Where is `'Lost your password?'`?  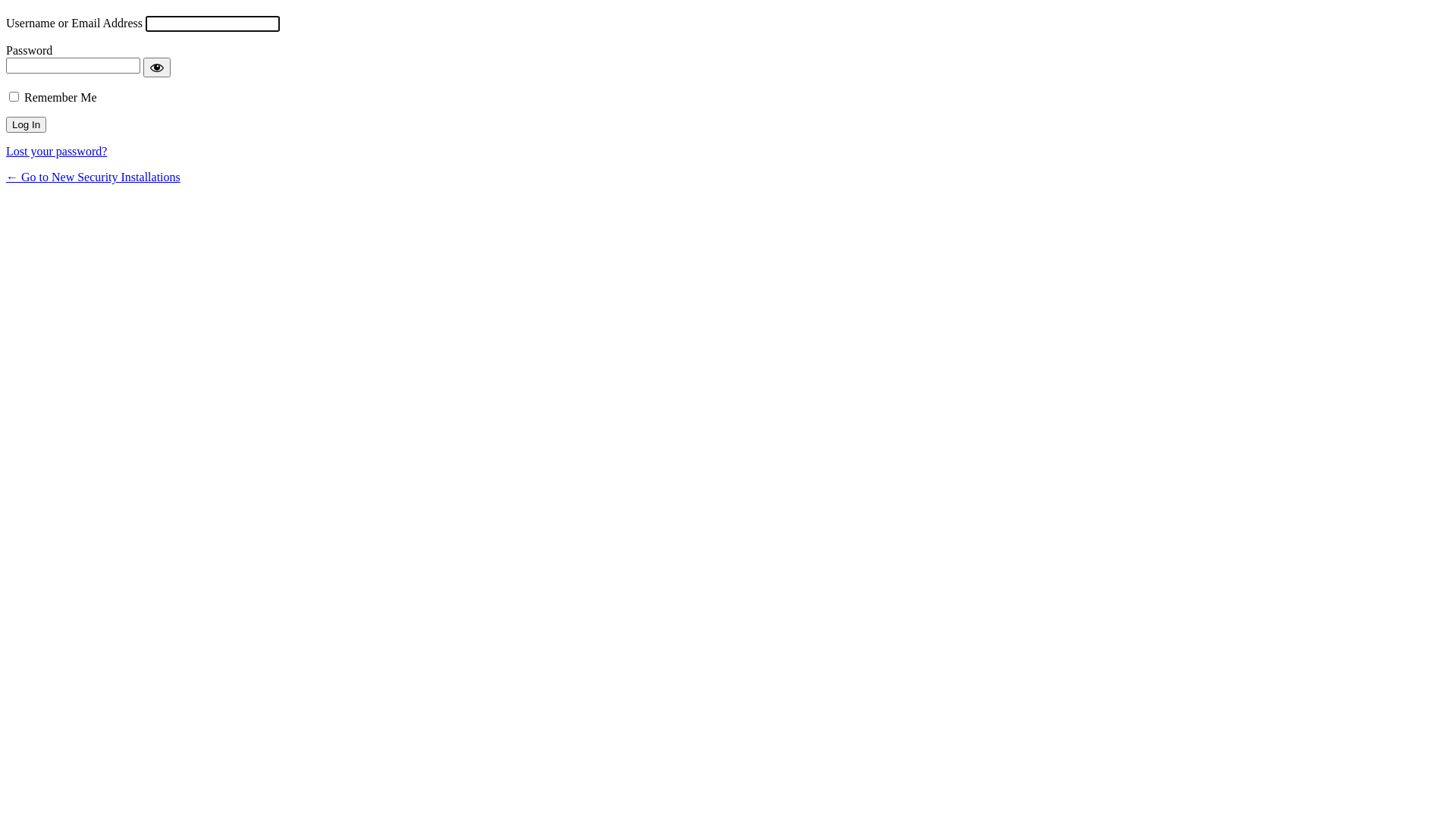
'Lost your password?' is located at coordinates (56, 151).